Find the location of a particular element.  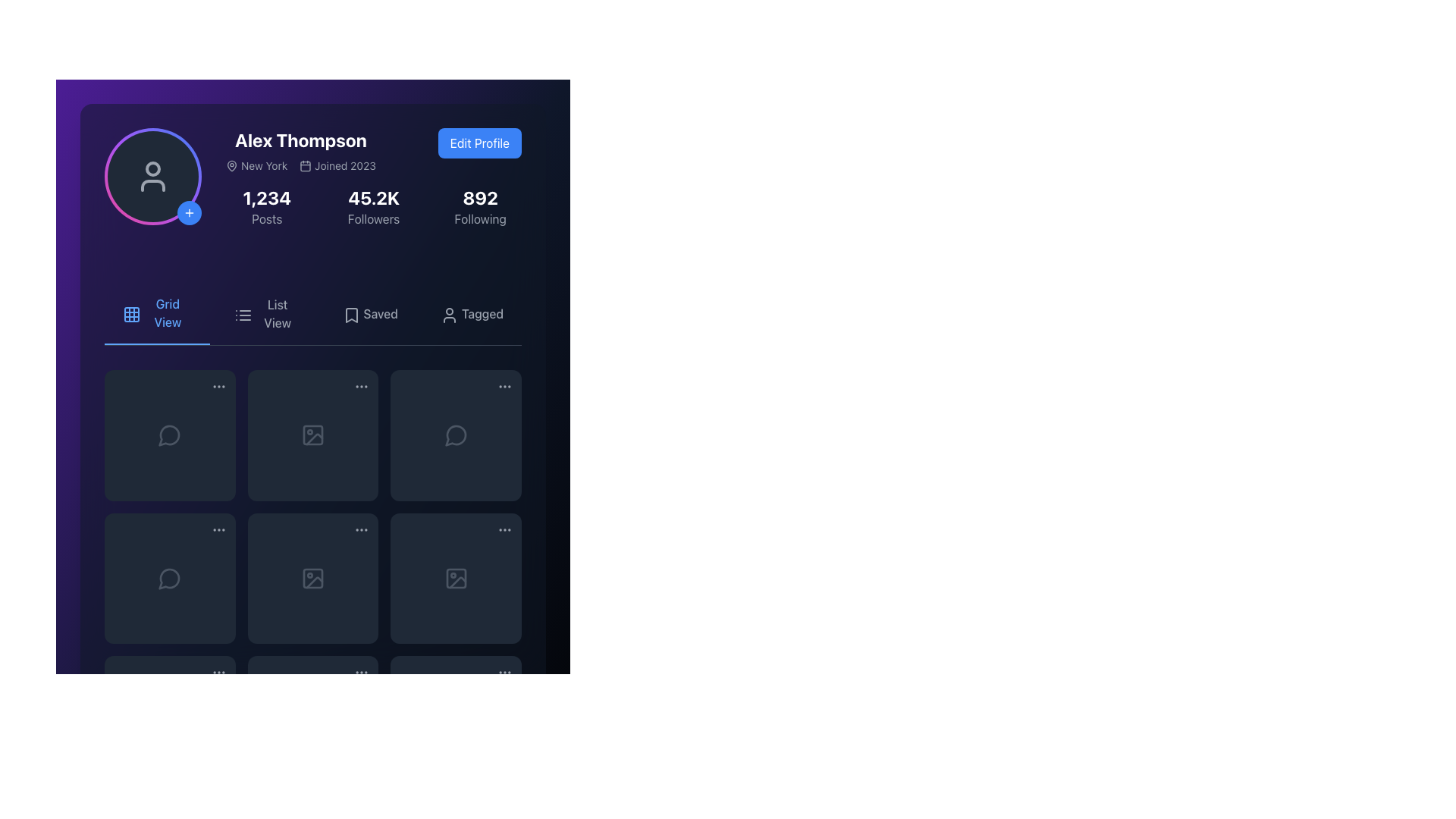

the Menu trigger icon (horizontal ellipsis) located at the top-right corner of the first square tile in the grid layout is located at coordinates (218, 386).